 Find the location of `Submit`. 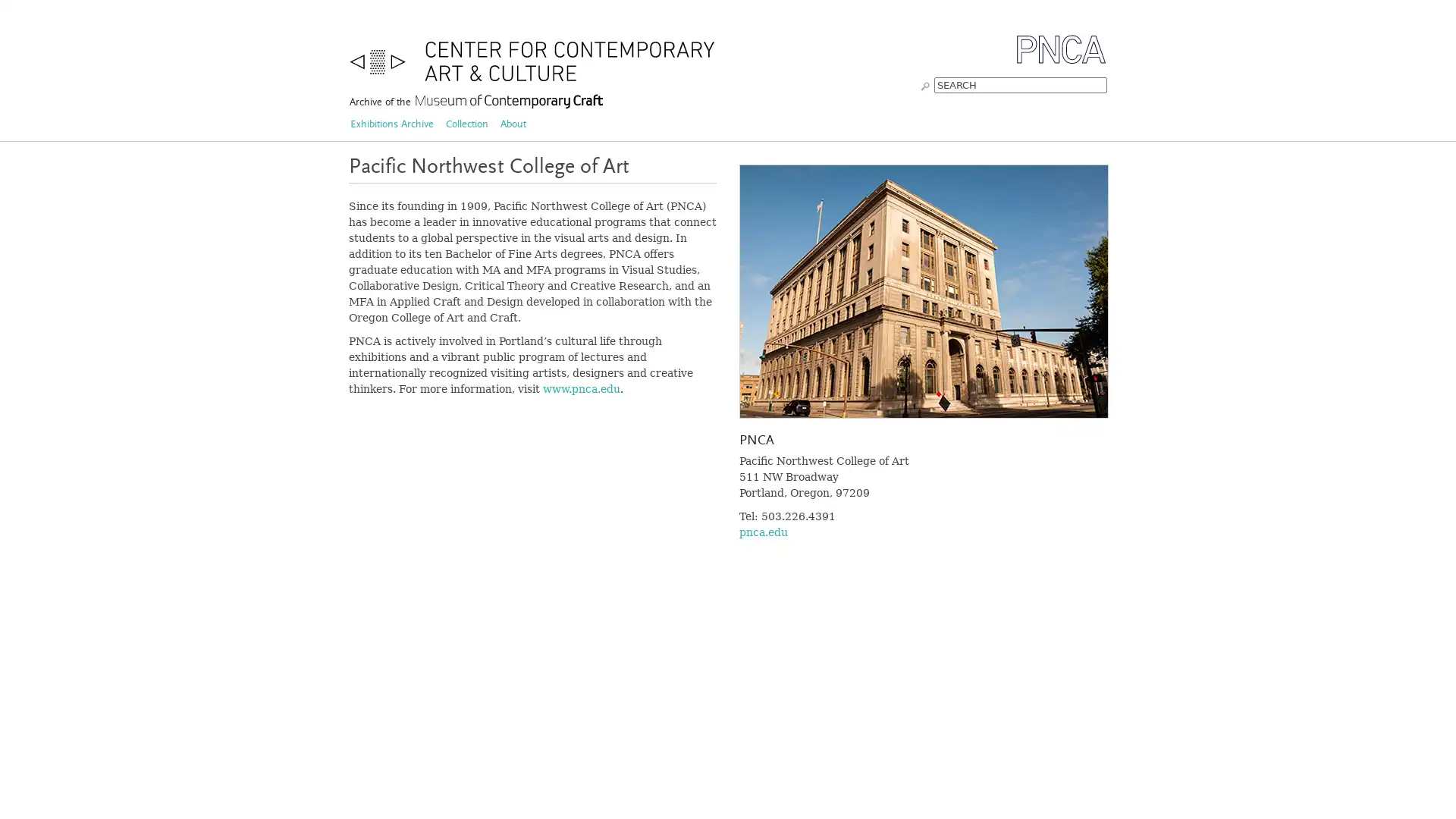

Submit is located at coordinates (924, 84).